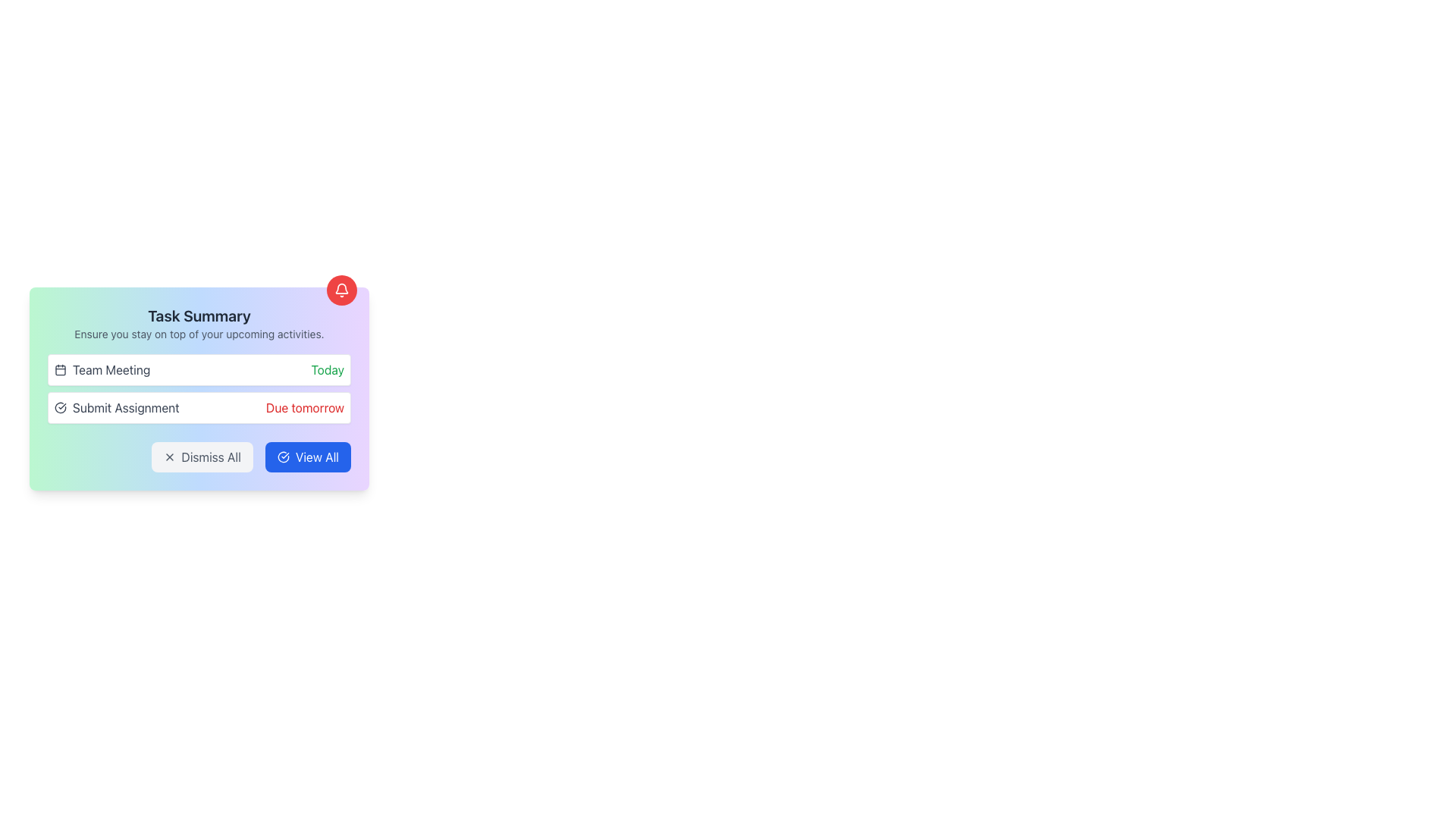  I want to click on the calendar icon located to the left of the 'Team Meeting' text, which represents date-related functionality, so click(61, 370).